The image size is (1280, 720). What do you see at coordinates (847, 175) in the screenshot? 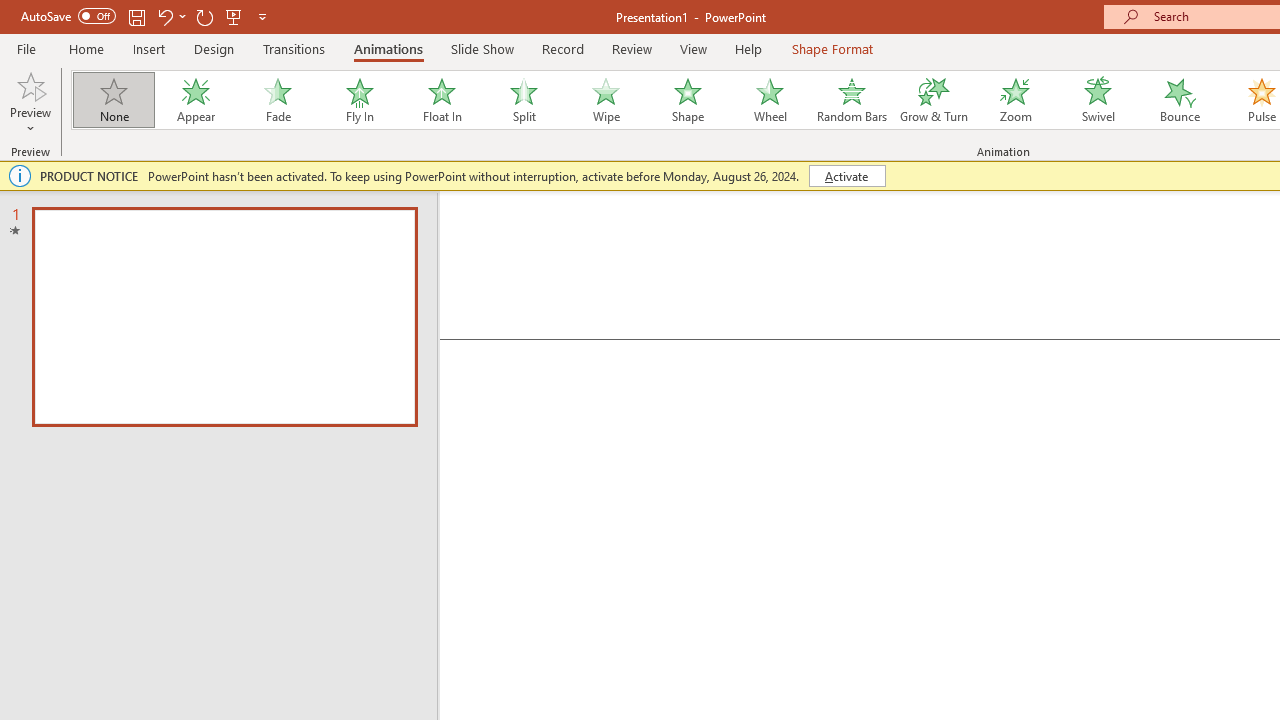
I see `'Activate'` at bounding box center [847, 175].